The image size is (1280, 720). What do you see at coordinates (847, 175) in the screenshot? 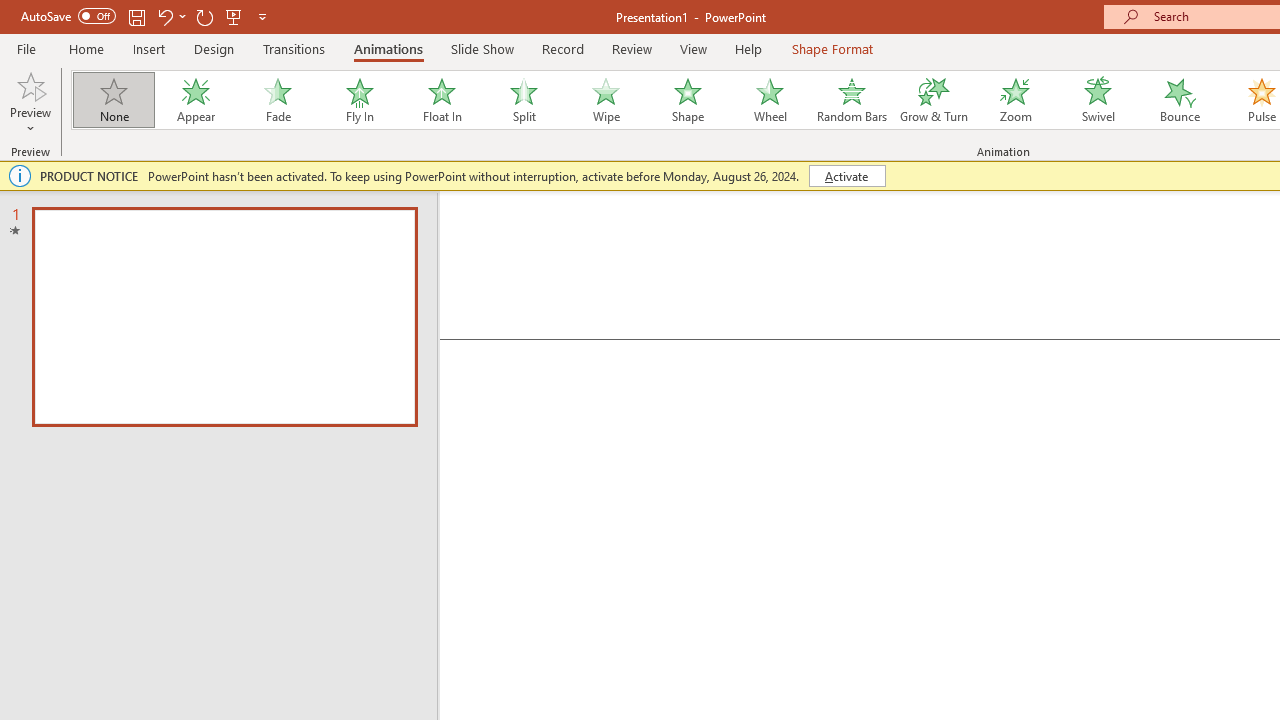
I see `'Activate'` at bounding box center [847, 175].